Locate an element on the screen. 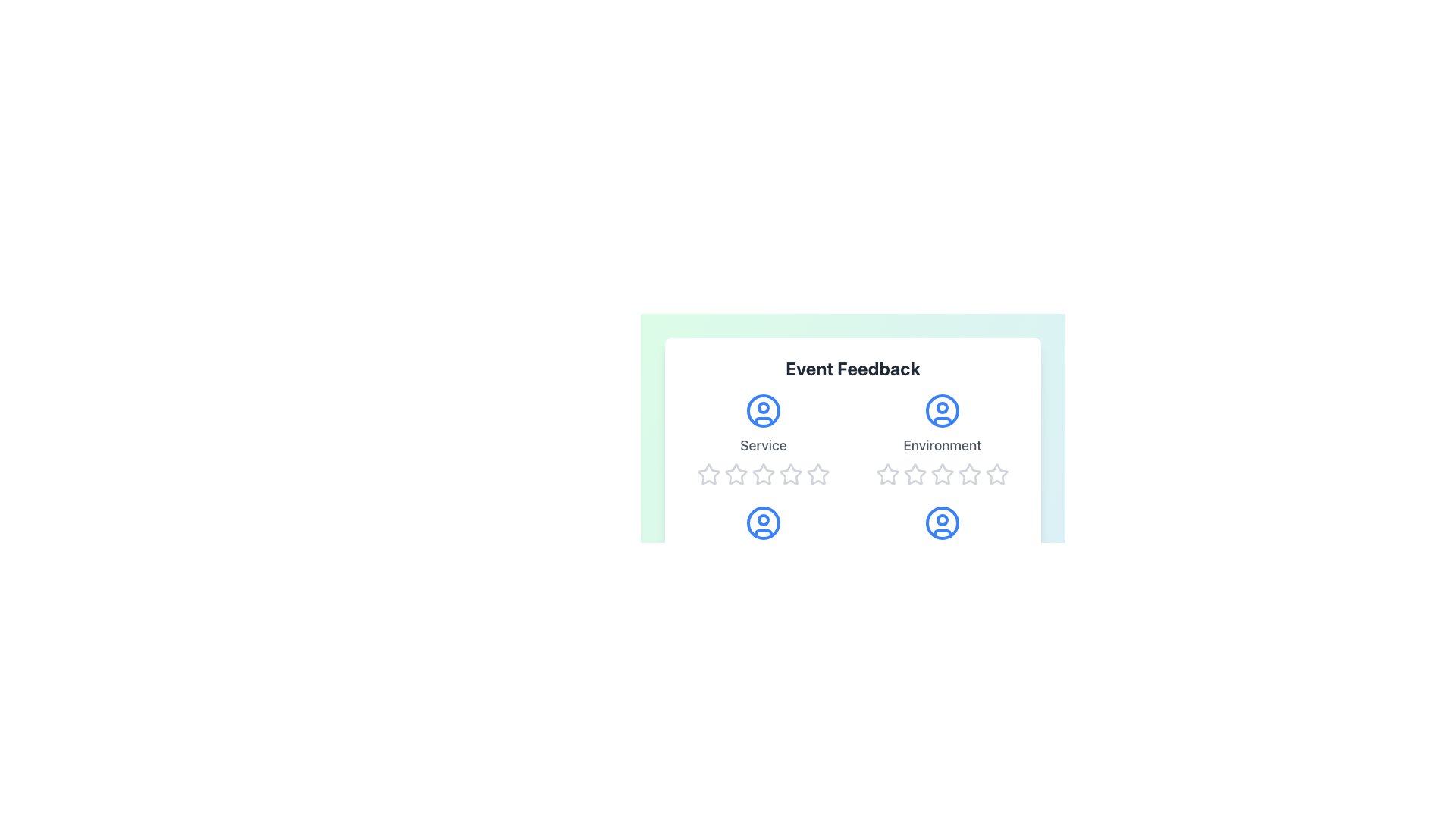 The height and width of the screenshot is (819, 1456). the stylized user avatar icon with a blue circular border located in the center of the 'Environment' section, above the rating stars in the feedback interface is located at coordinates (942, 411).